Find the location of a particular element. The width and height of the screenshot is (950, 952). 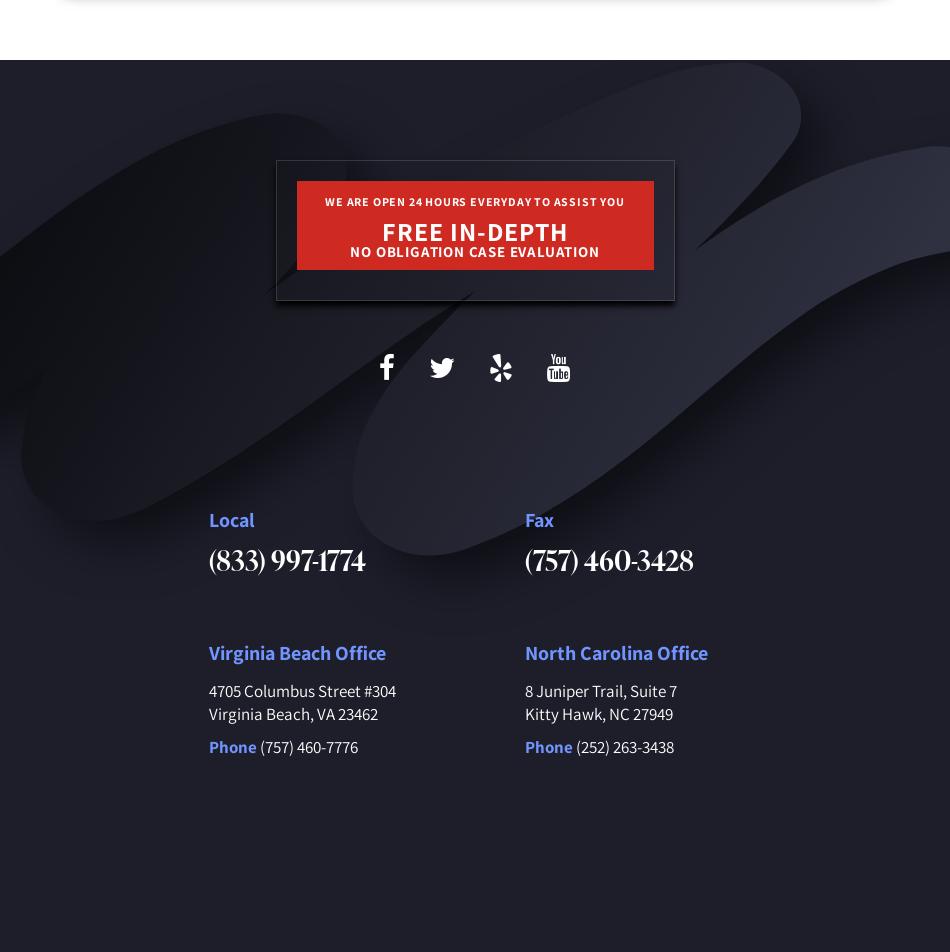

'Virginia Beach Office' is located at coordinates (207, 652).